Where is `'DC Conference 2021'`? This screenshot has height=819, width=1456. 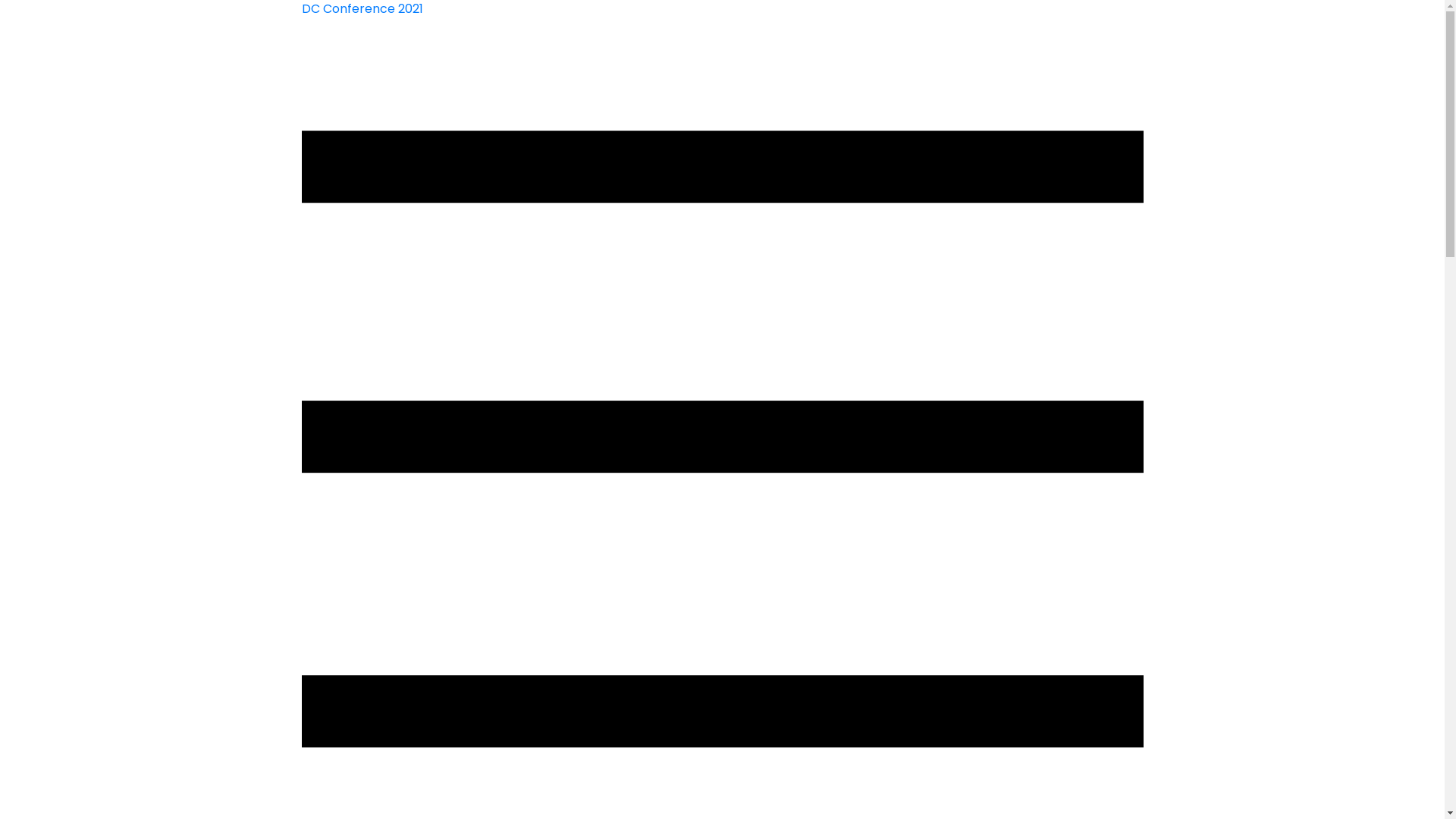 'DC Conference 2021' is located at coordinates (302, 8).